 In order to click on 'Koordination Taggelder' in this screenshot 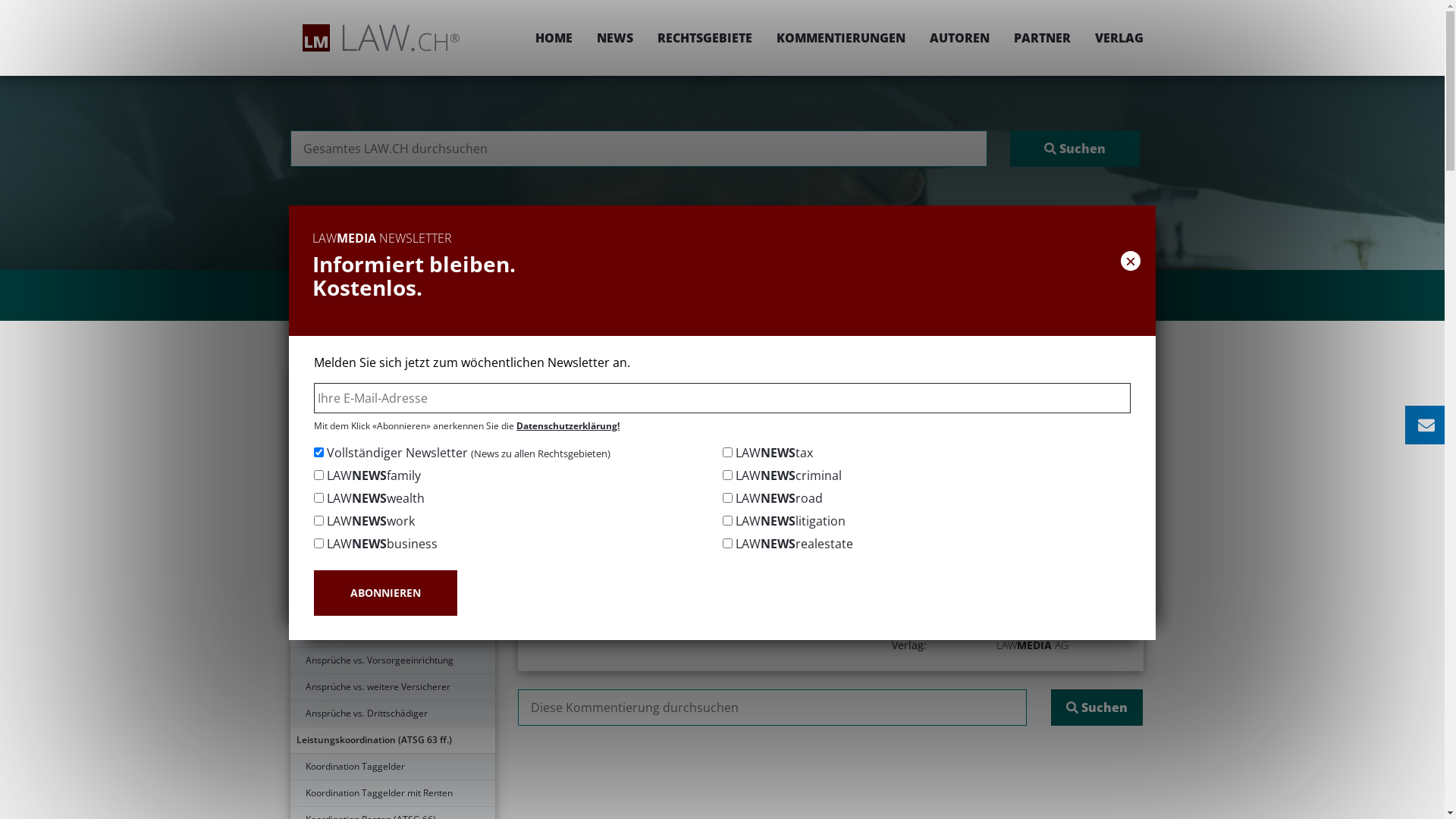, I will do `click(290, 766)`.